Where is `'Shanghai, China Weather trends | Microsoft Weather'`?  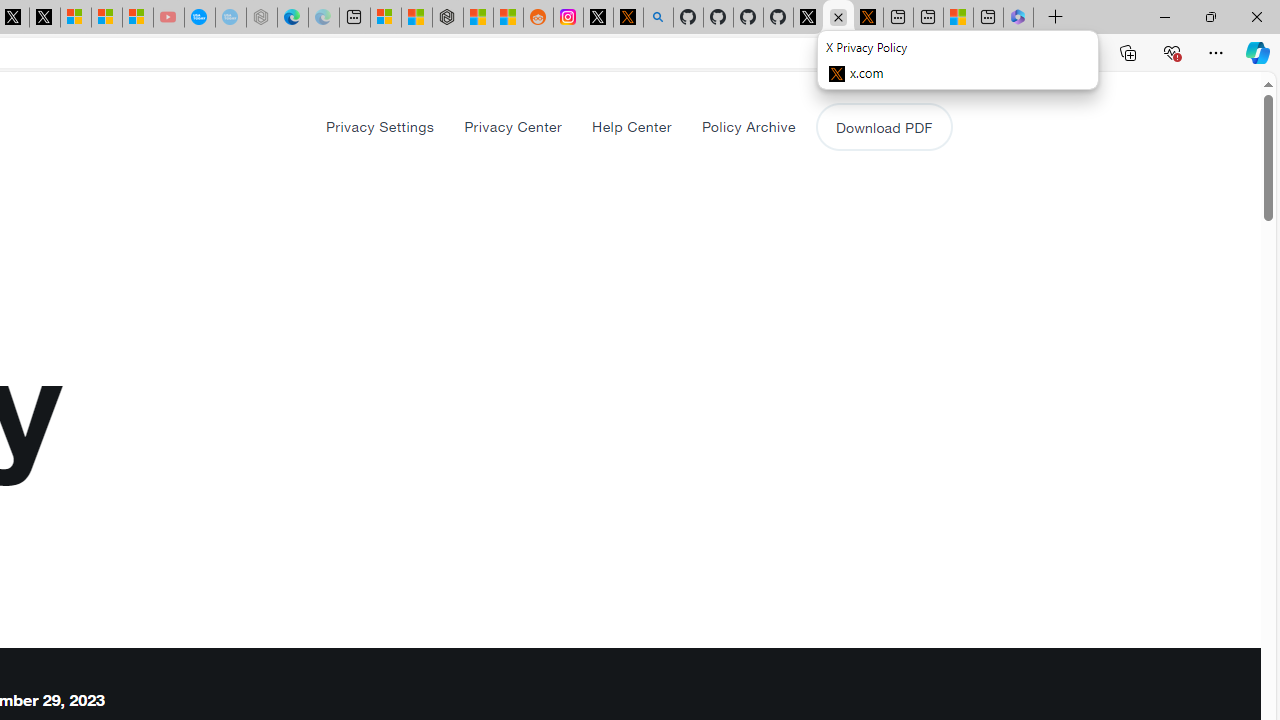
'Shanghai, China Weather trends | Microsoft Weather' is located at coordinates (508, 17).